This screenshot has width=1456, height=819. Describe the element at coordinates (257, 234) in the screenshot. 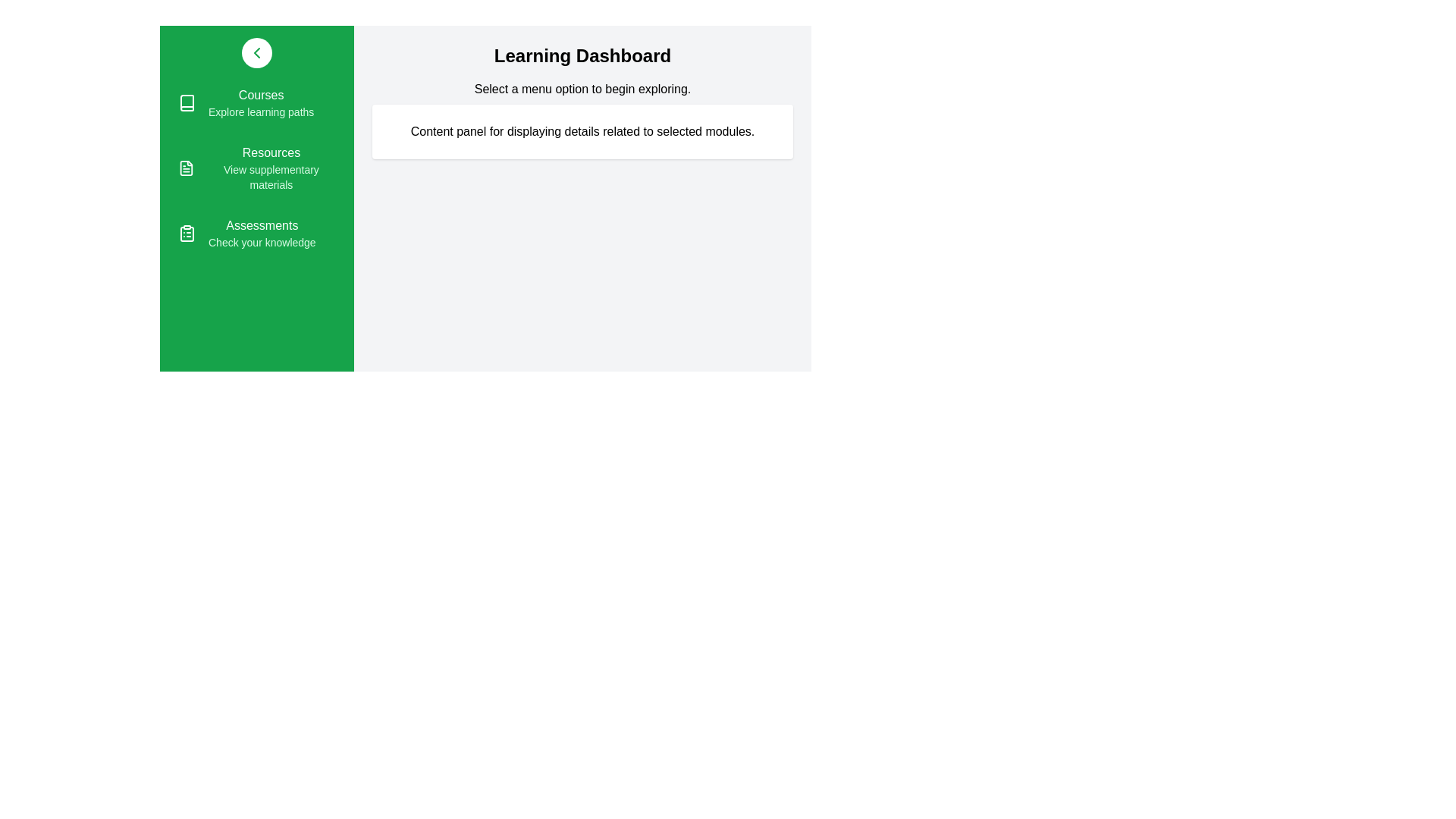

I see `the menu item Assessments to observe its hover effect` at that location.